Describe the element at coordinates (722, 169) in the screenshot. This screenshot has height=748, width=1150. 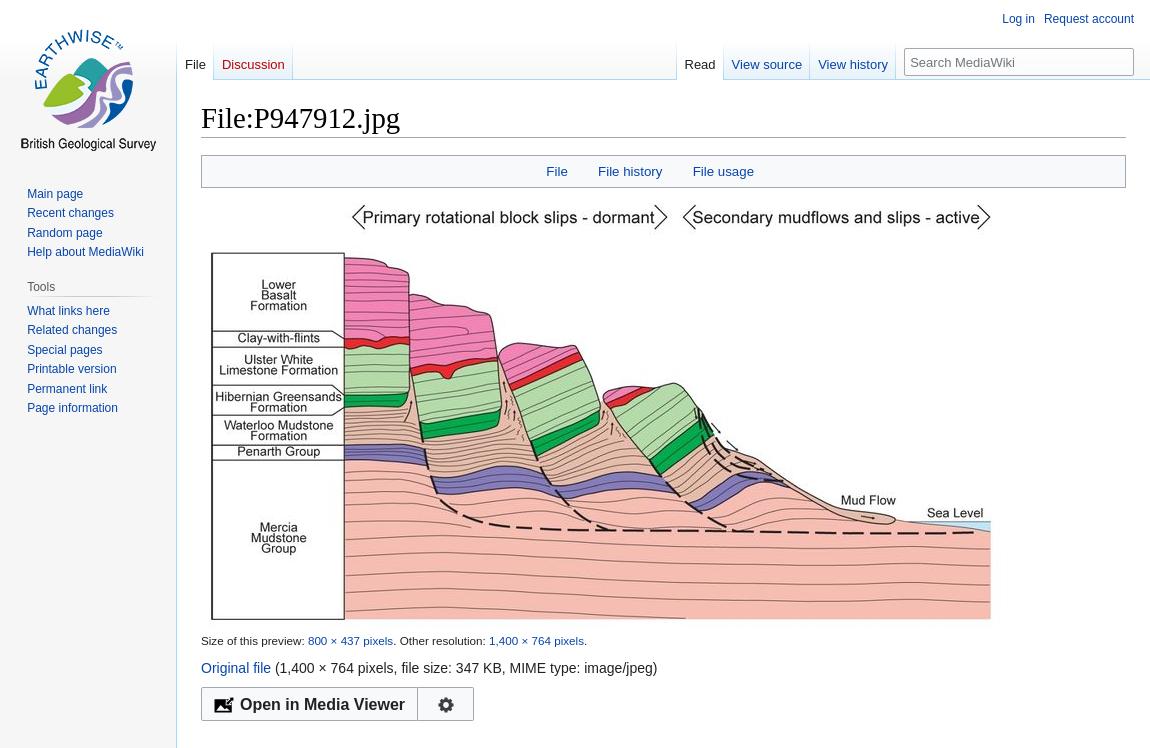
I see `'File usage'` at that location.